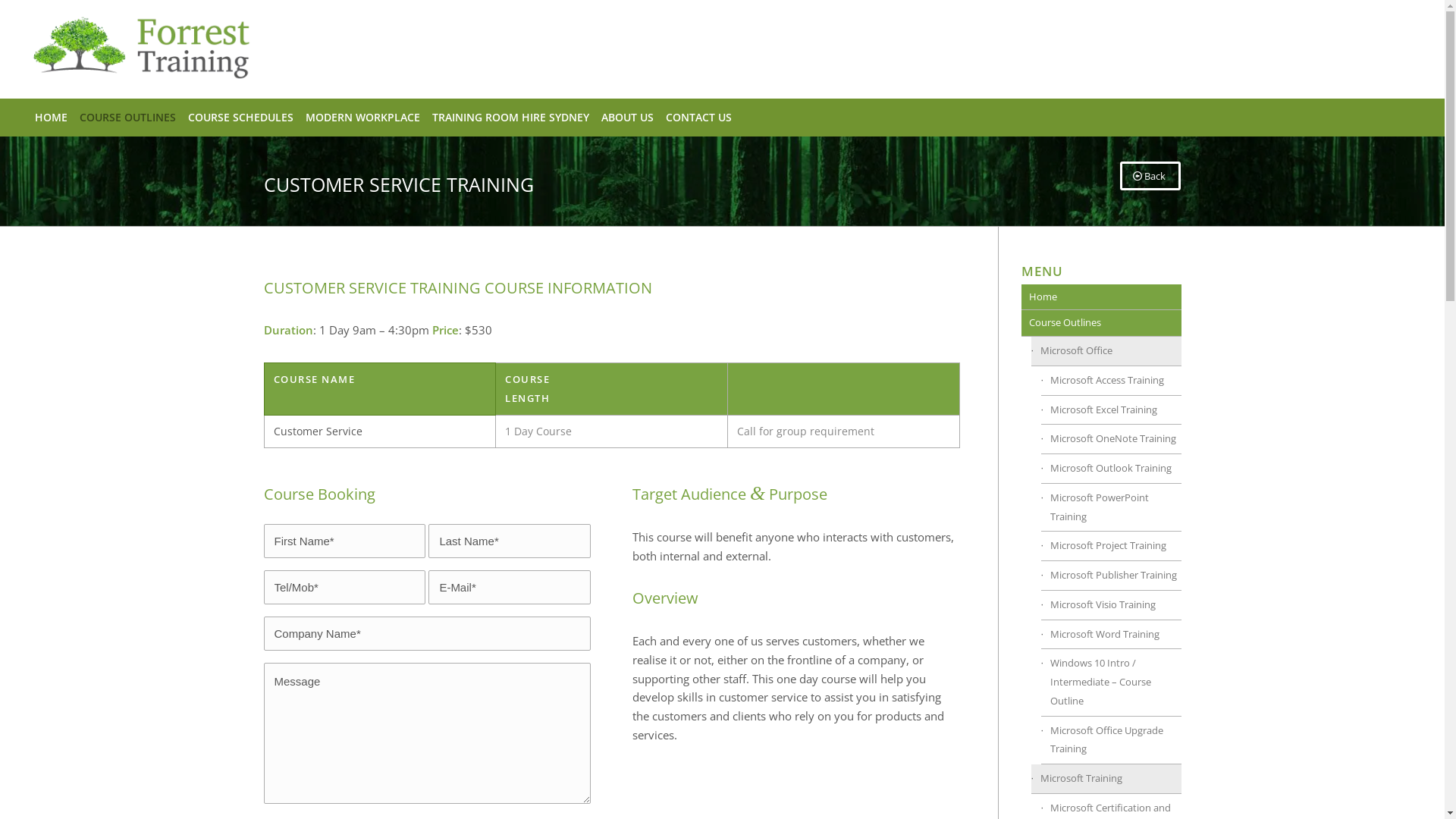  What do you see at coordinates (1110, 604) in the screenshot?
I see `'Microsoft Visio Training'` at bounding box center [1110, 604].